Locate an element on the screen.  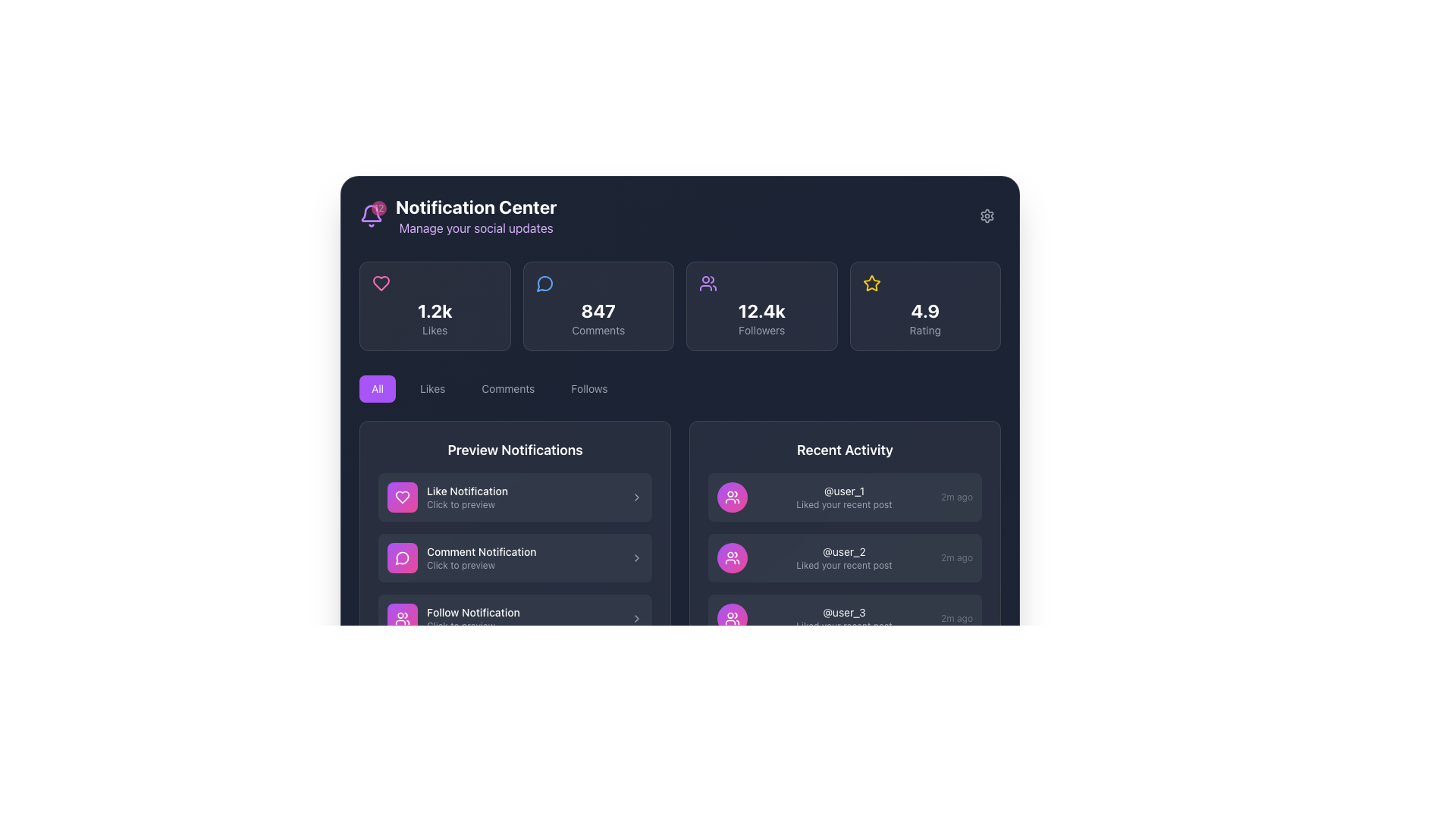
the first Interactive notification card in the 'Preview Notifications' section to preview the 'Like Notification' details is located at coordinates (515, 497).